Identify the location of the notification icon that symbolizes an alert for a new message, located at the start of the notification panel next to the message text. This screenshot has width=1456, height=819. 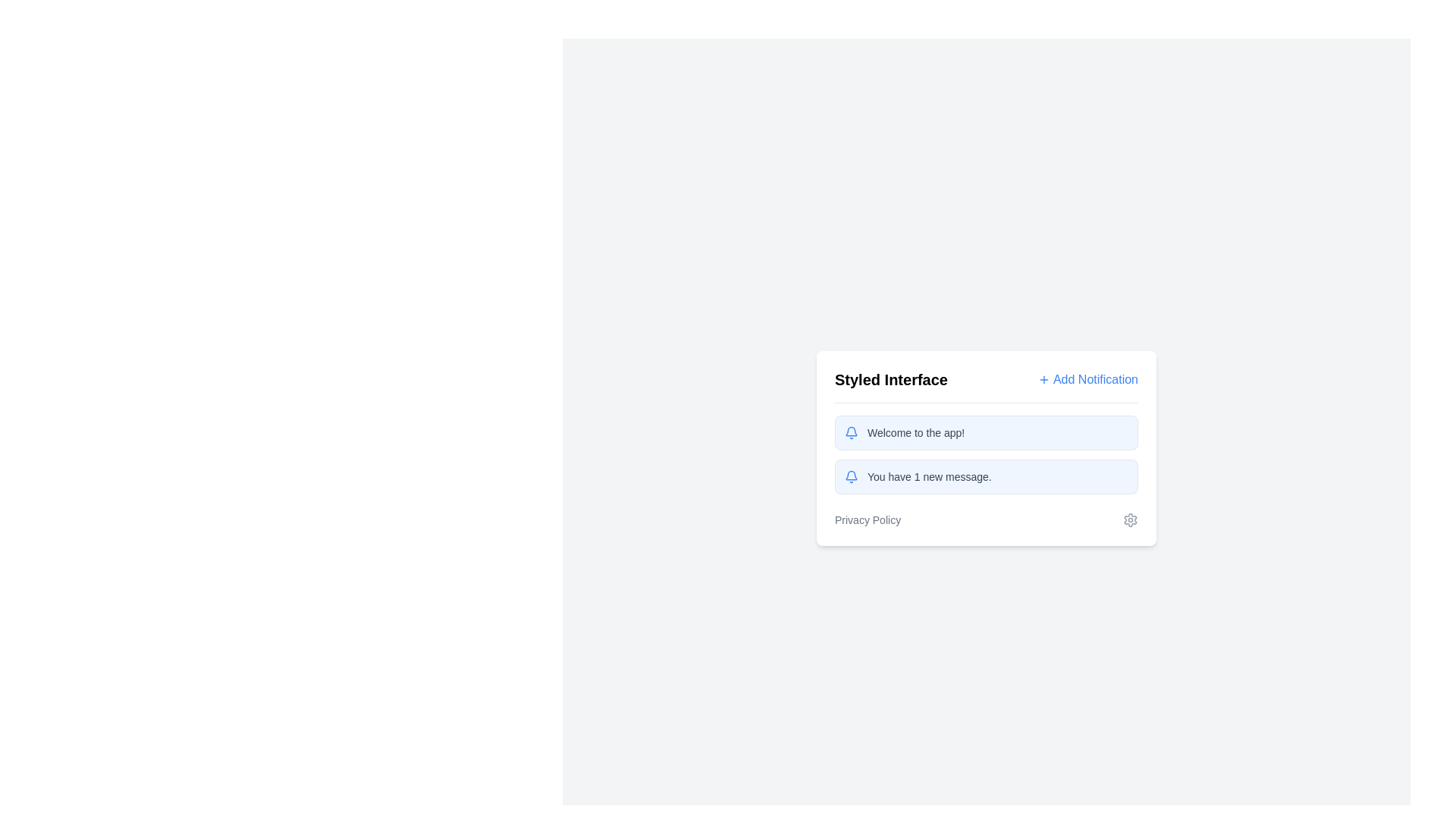
(852, 475).